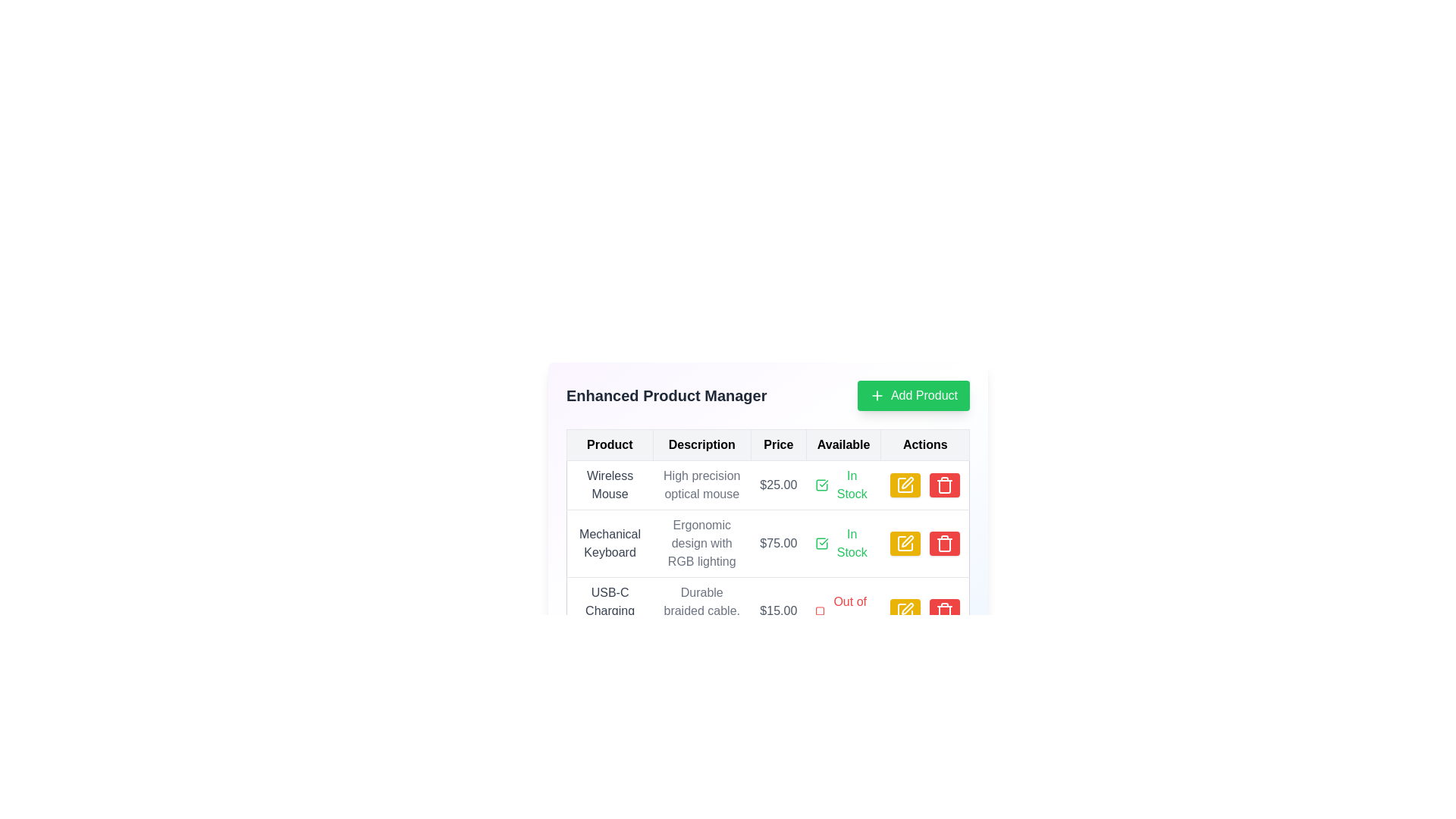 The height and width of the screenshot is (819, 1456). Describe the element at coordinates (778, 610) in the screenshot. I see `the static text label displaying the price "$15.00" in the Price column of the product list` at that location.